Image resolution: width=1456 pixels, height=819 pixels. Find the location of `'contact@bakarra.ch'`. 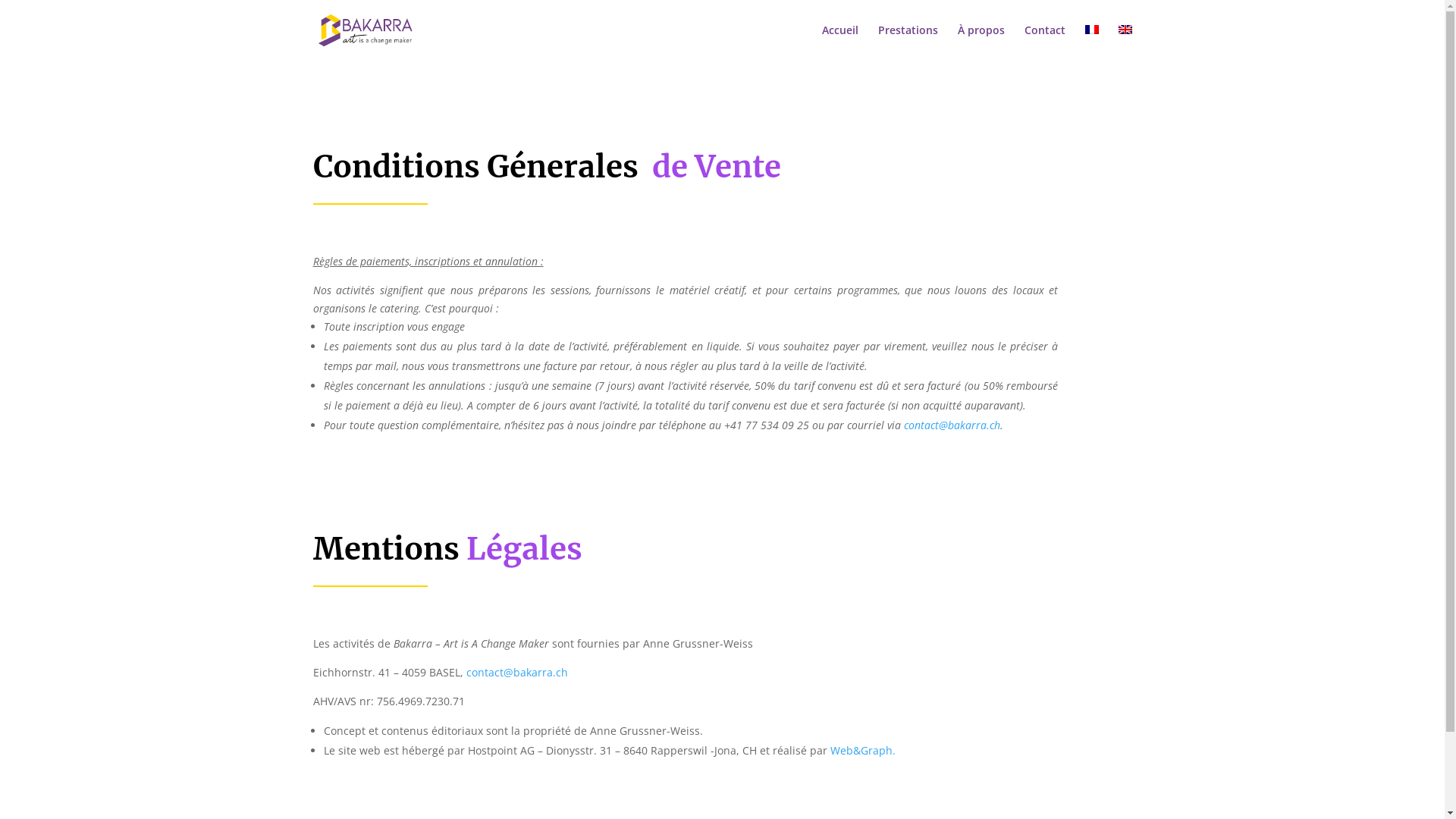

'contact@bakarra.ch' is located at coordinates (903, 425).